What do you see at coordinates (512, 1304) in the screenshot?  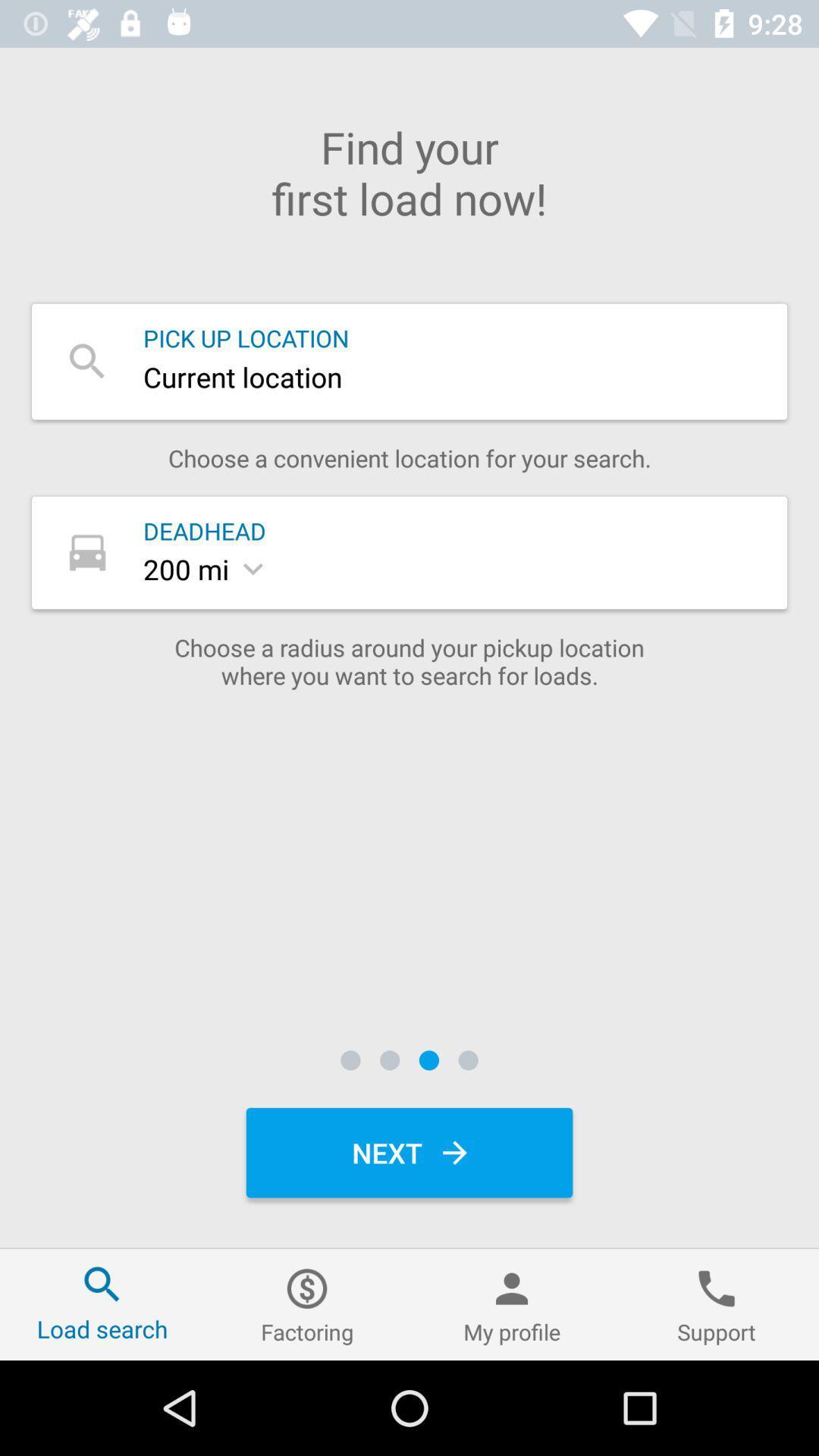 I see `the my profile item` at bounding box center [512, 1304].